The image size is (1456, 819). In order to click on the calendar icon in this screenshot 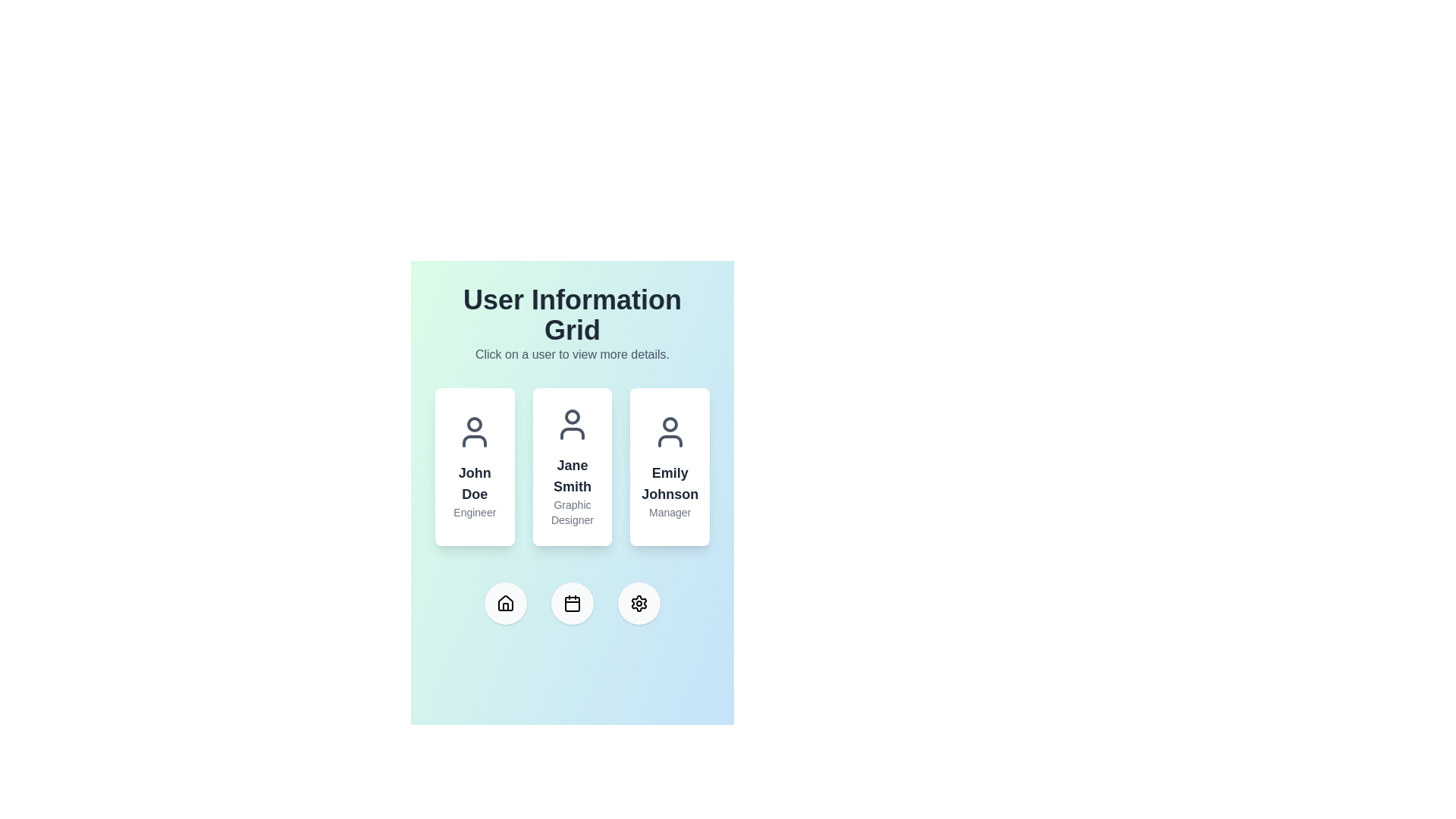, I will do `click(571, 602)`.